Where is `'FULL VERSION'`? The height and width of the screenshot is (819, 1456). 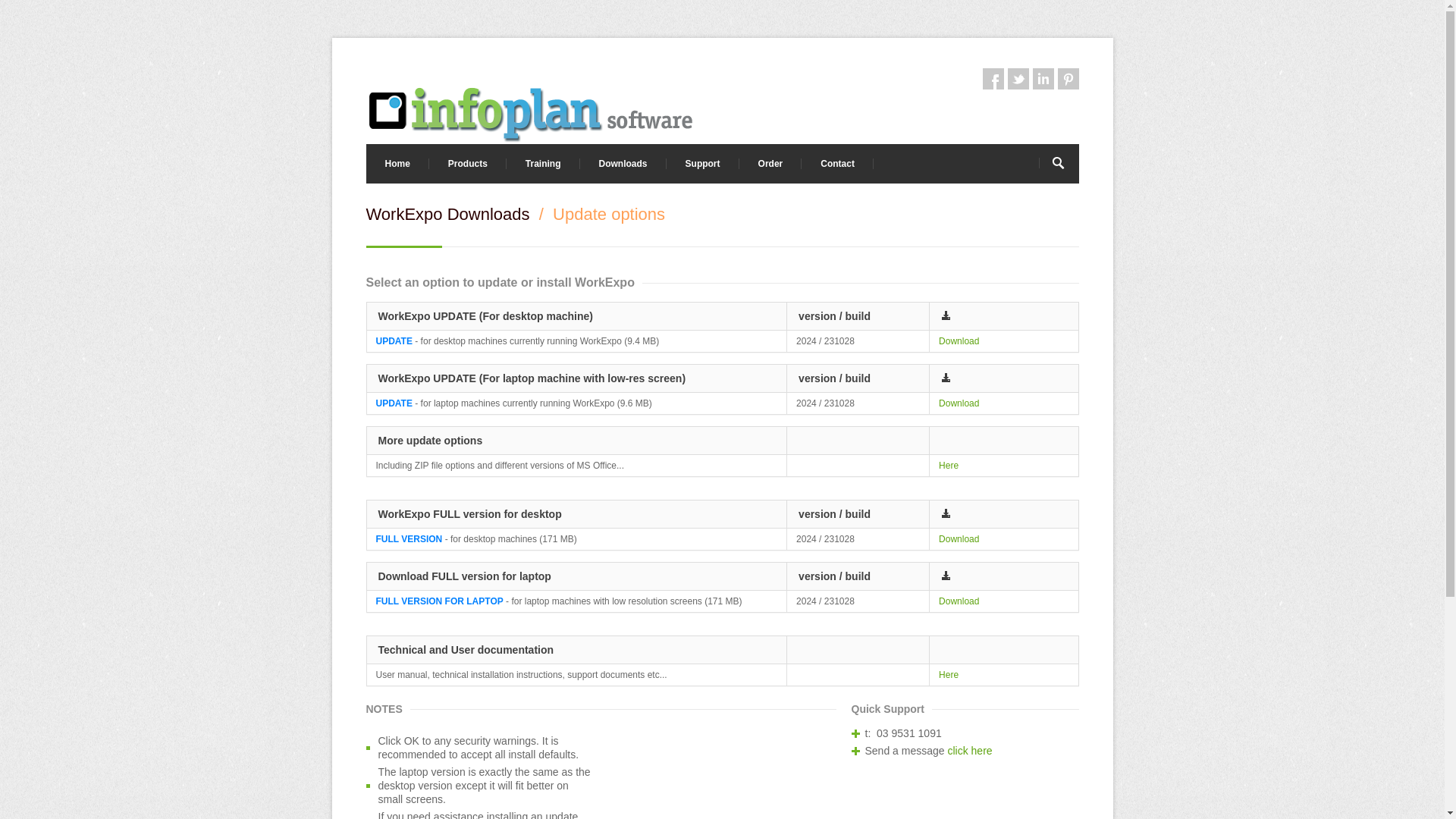 'FULL VERSION' is located at coordinates (409, 538).